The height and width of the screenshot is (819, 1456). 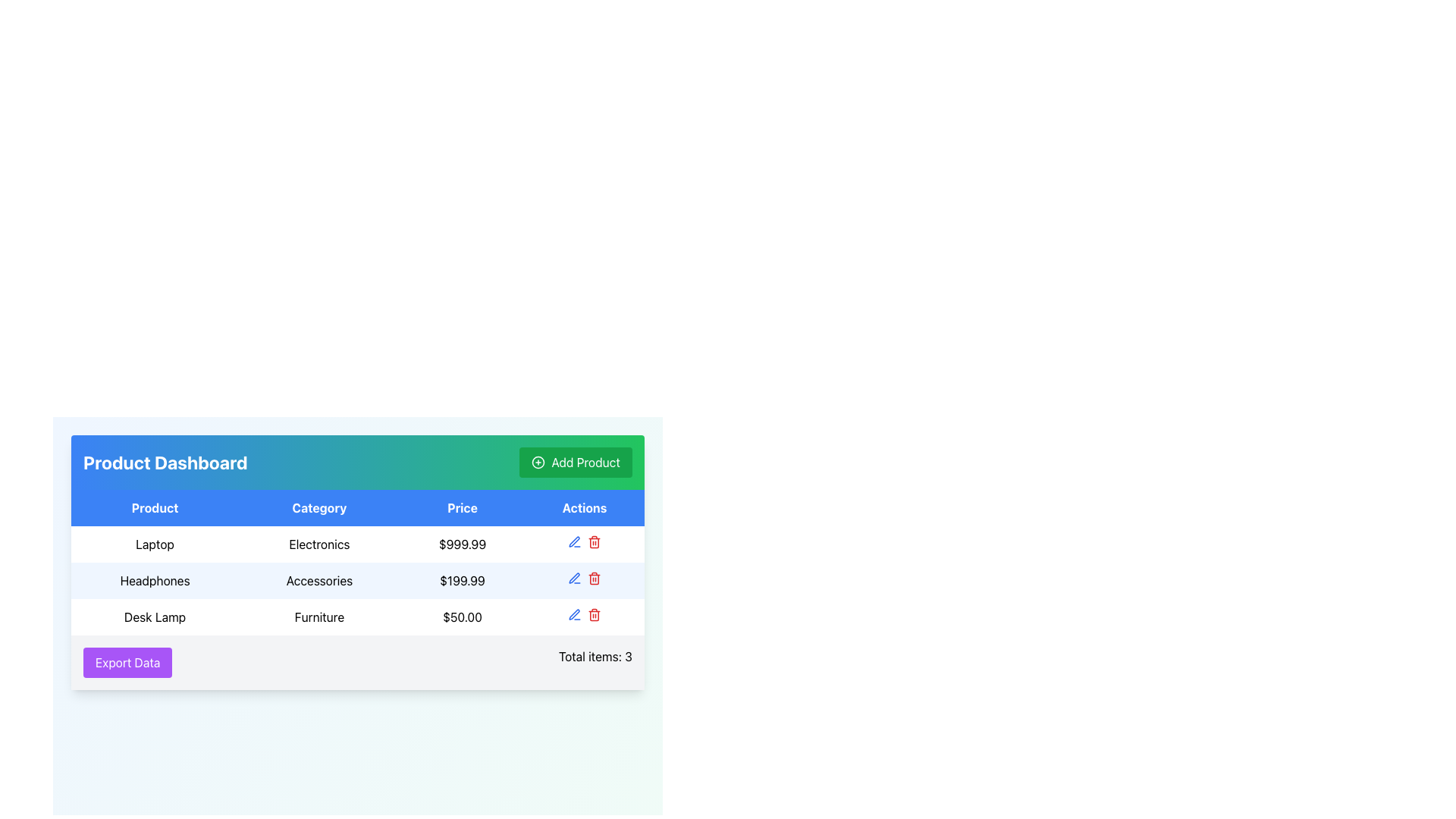 I want to click on the delete icon located in the fourth column (Actions) of the table row associated with the product 'Headphones', so click(x=584, y=580).